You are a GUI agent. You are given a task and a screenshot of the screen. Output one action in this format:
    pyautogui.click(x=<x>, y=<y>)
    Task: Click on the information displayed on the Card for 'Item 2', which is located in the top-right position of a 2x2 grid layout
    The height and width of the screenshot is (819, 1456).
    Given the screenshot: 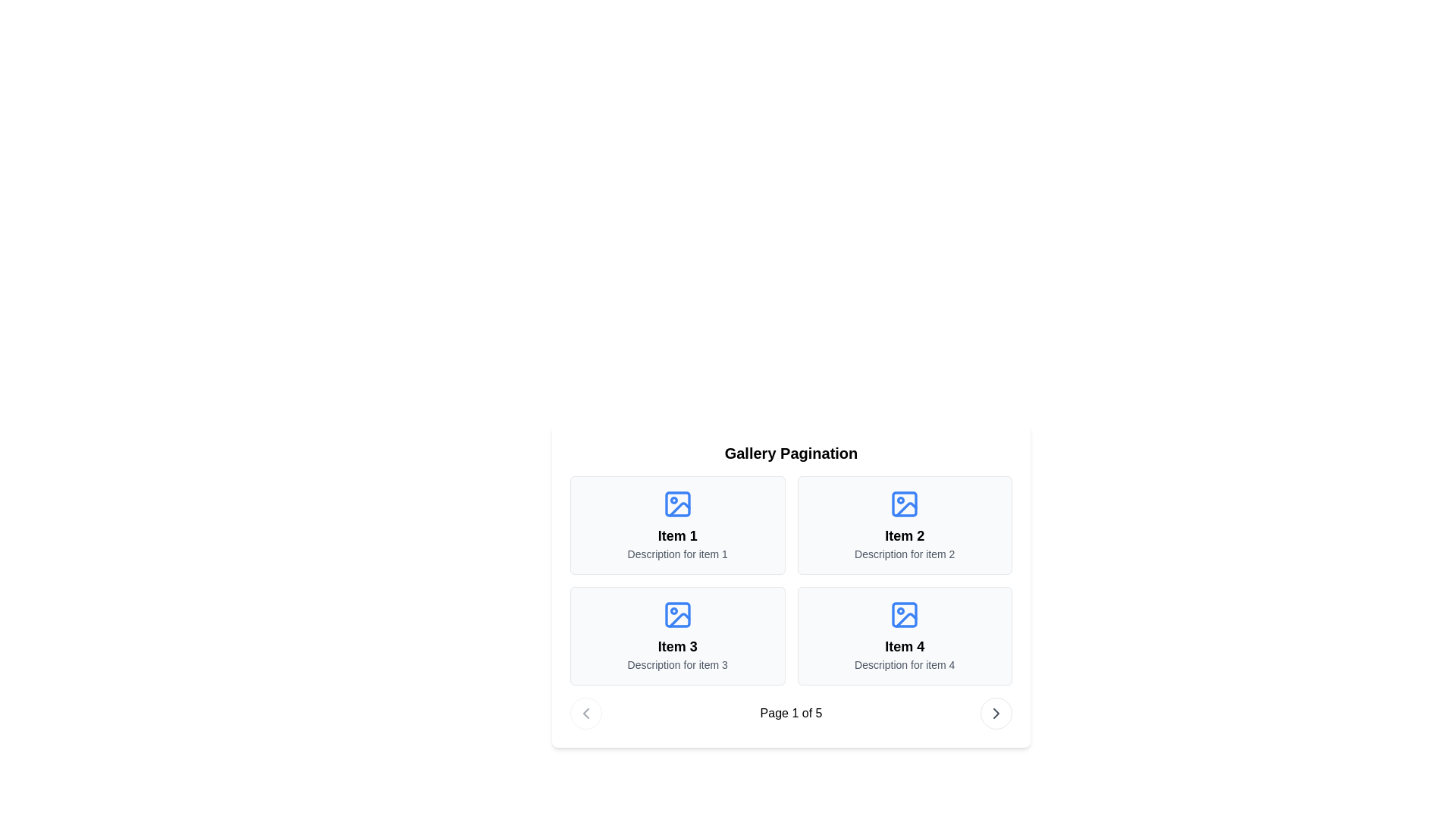 What is the action you would take?
    pyautogui.click(x=905, y=525)
    